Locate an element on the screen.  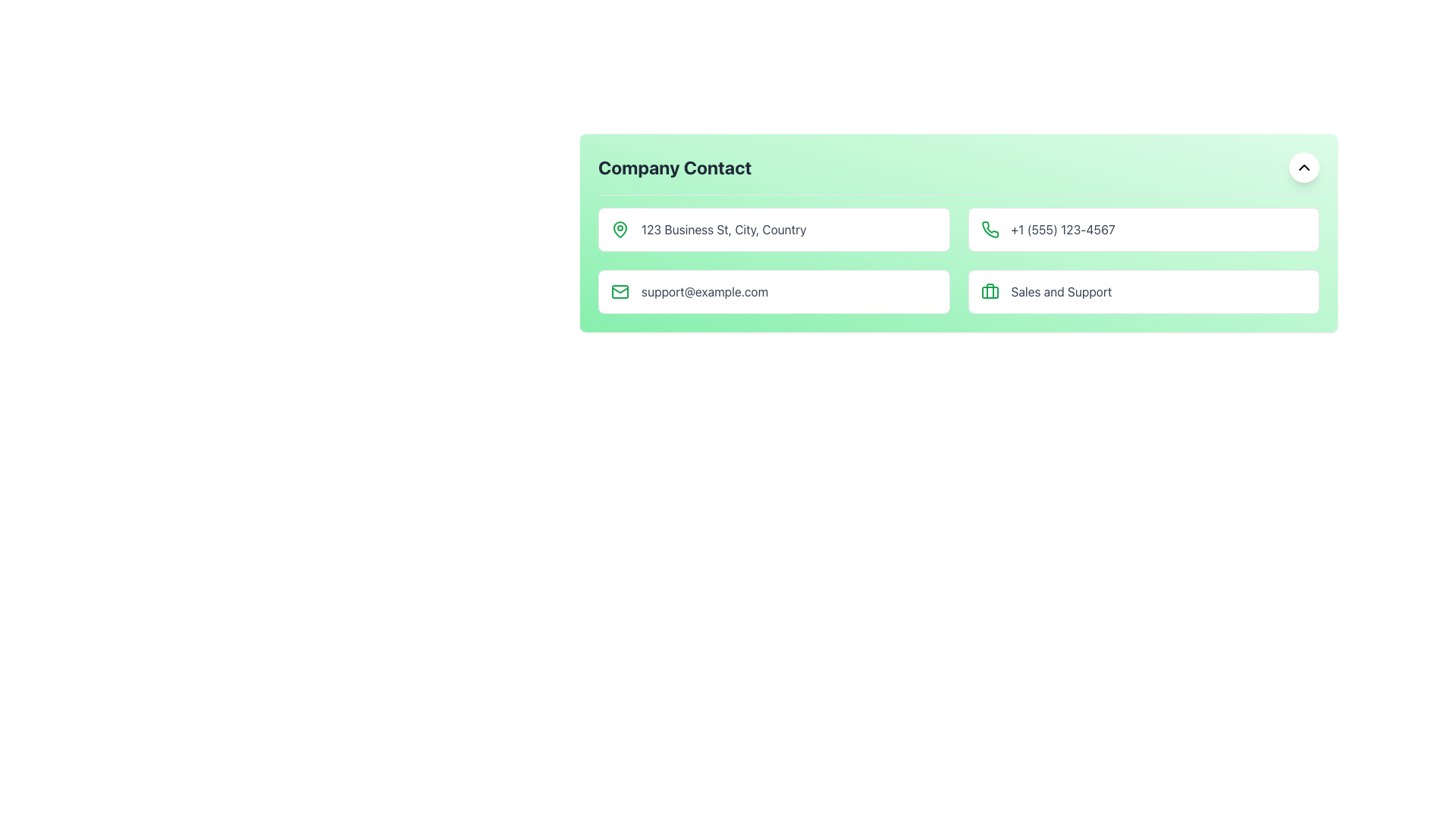
the text label displaying the phone number '+1 (555) 123-4567', which is located to the right of a green phone icon within a contact information layout is located at coordinates (1062, 230).